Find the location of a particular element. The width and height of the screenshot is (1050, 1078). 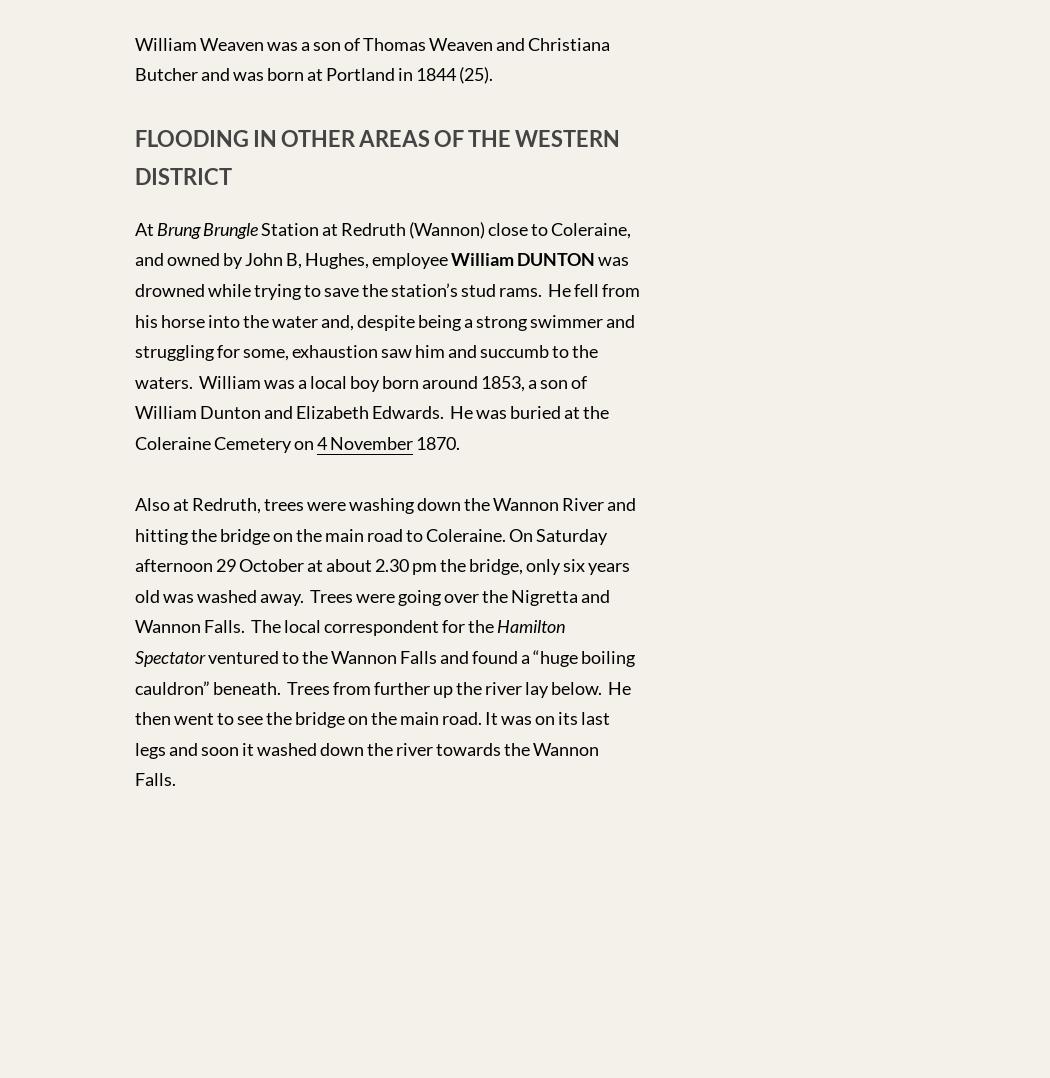

'4 November' is located at coordinates (363, 441).